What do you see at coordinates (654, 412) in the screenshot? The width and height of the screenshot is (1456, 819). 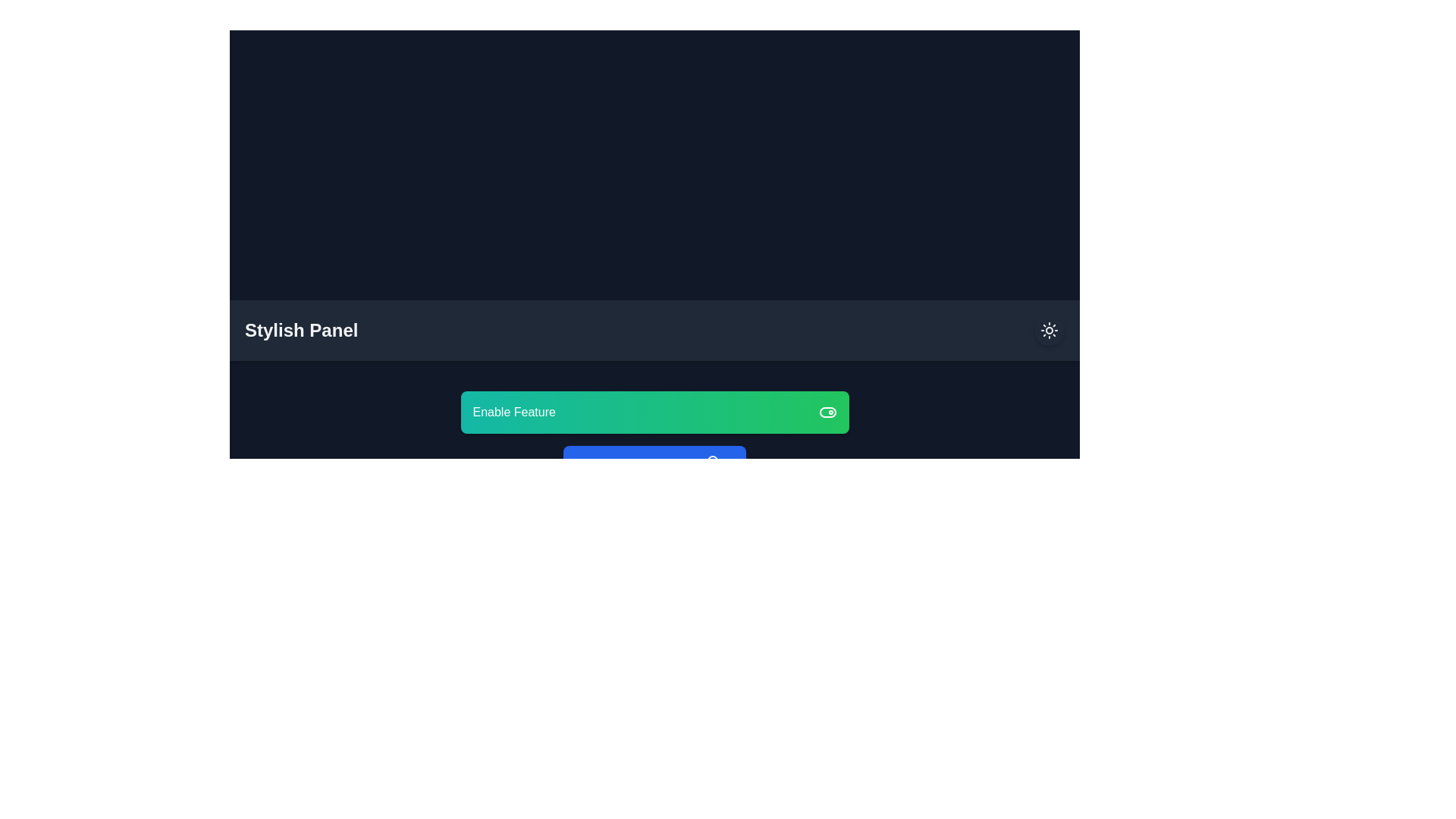 I see `keyboard navigation` at bounding box center [654, 412].